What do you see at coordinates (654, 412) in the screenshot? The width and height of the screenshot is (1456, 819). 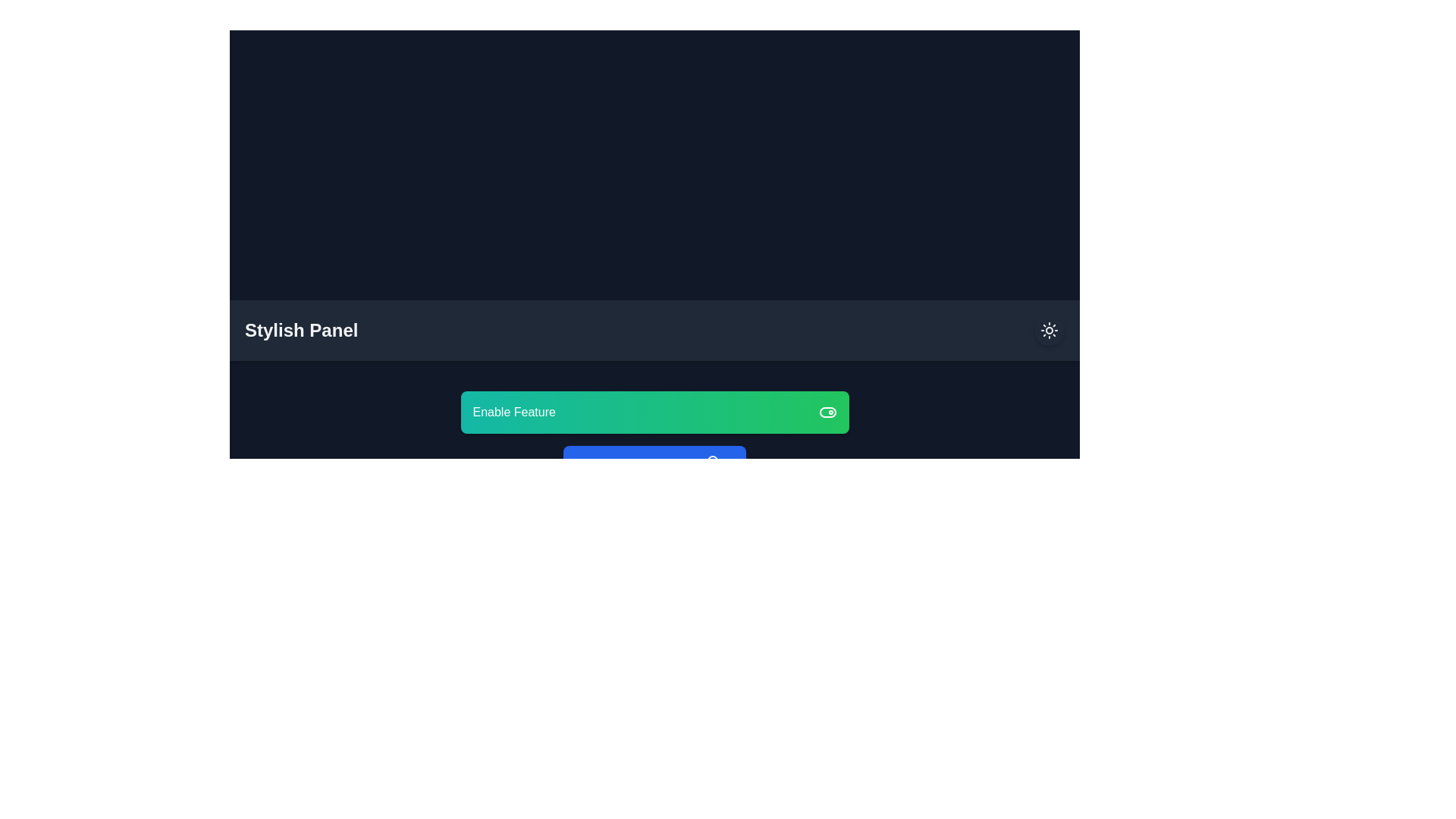 I see `keyboard navigation` at bounding box center [654, 412].